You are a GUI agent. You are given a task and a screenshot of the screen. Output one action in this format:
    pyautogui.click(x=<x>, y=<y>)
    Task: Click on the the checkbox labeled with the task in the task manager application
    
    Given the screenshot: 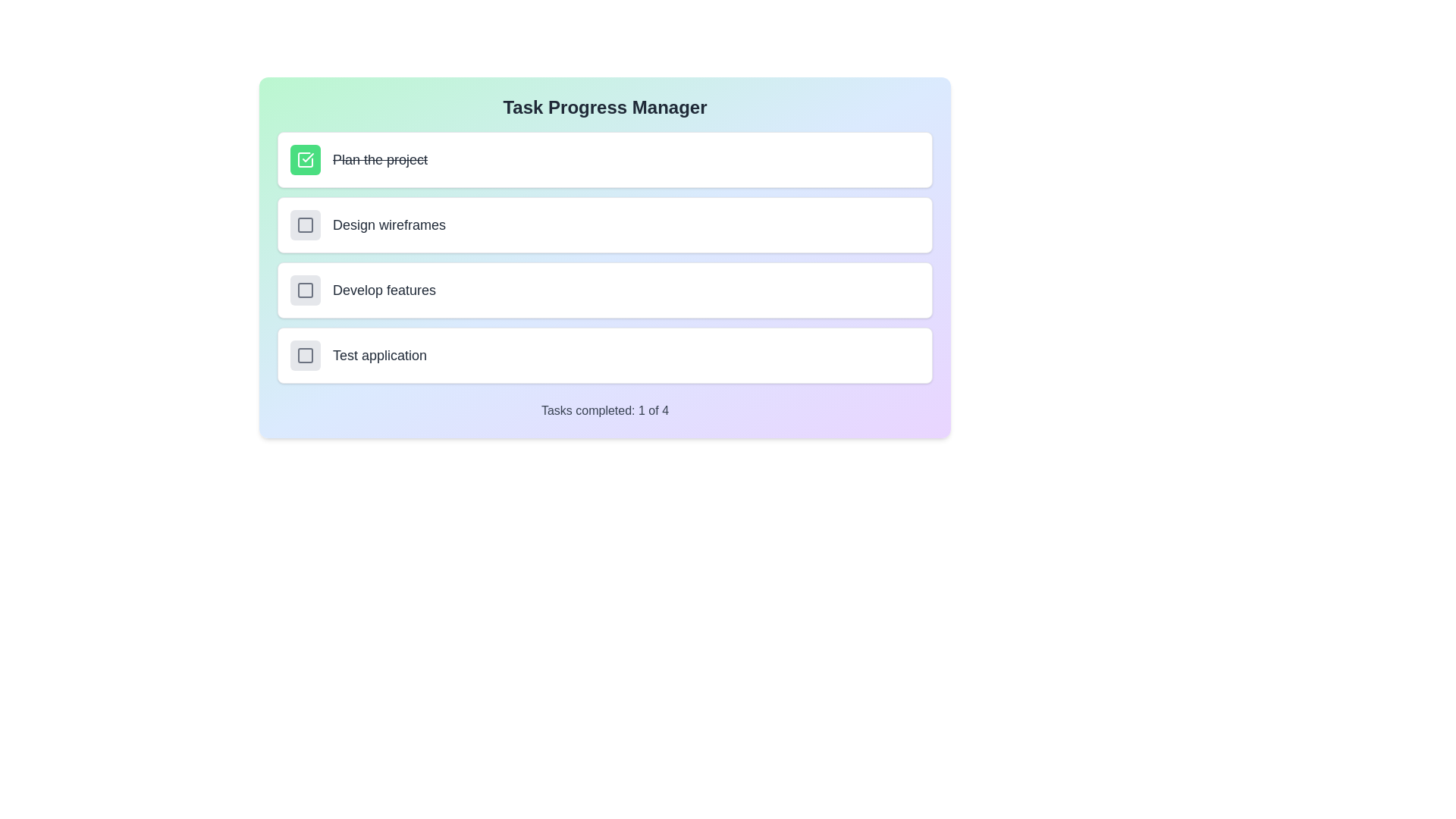 What is the action you would take?
    pyautogui.click(x=362, y=290)
    